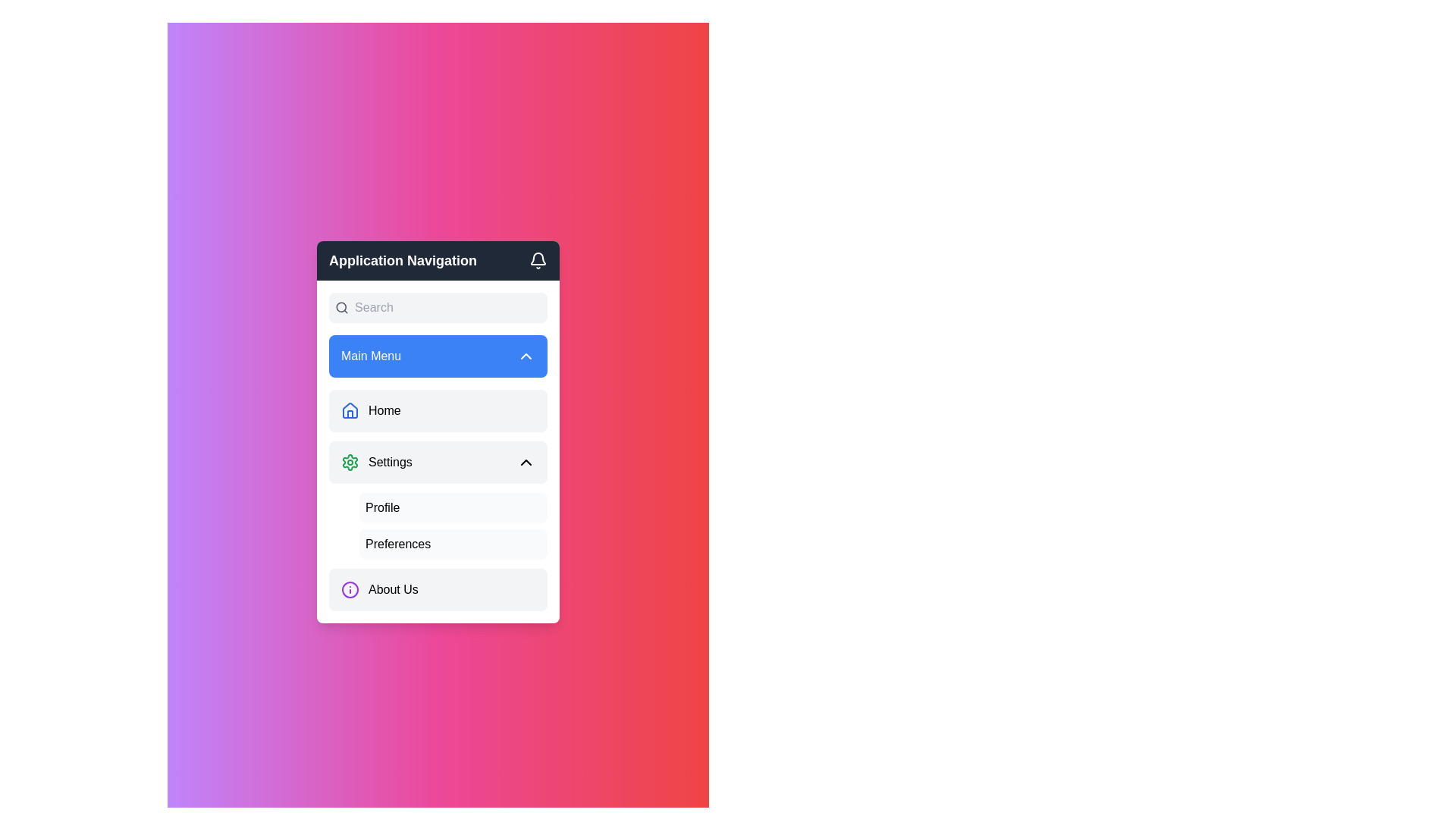 This screenshot has height=819, width=1456. I want to click on the downward-facing chevron dropdown toggle icon located to the far right of the 'Settings' label in the vertical navigation menu, so click(526, 461).